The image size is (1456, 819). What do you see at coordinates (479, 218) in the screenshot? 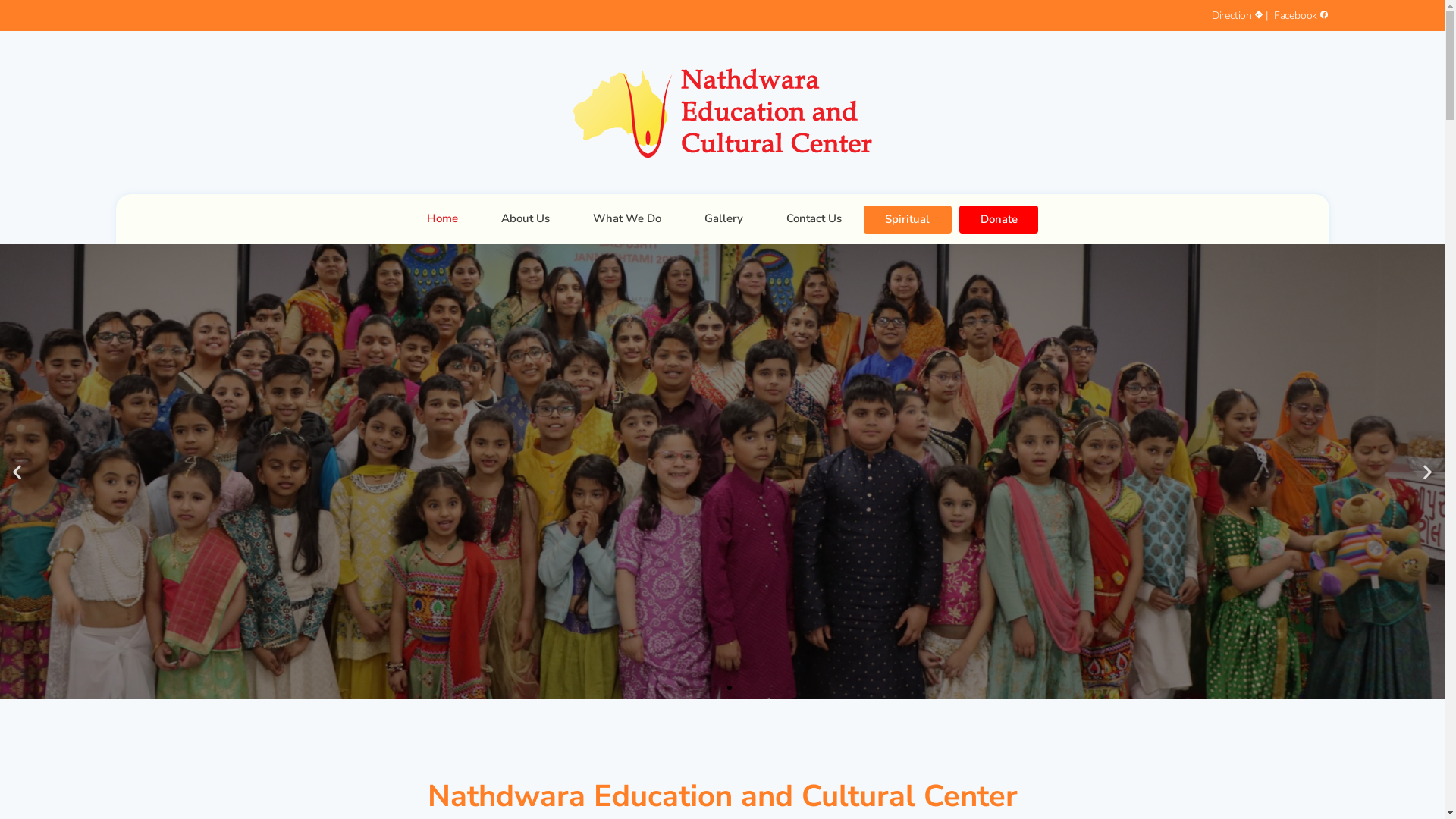
I see `'About Us'` at bounding box center [479, 218].